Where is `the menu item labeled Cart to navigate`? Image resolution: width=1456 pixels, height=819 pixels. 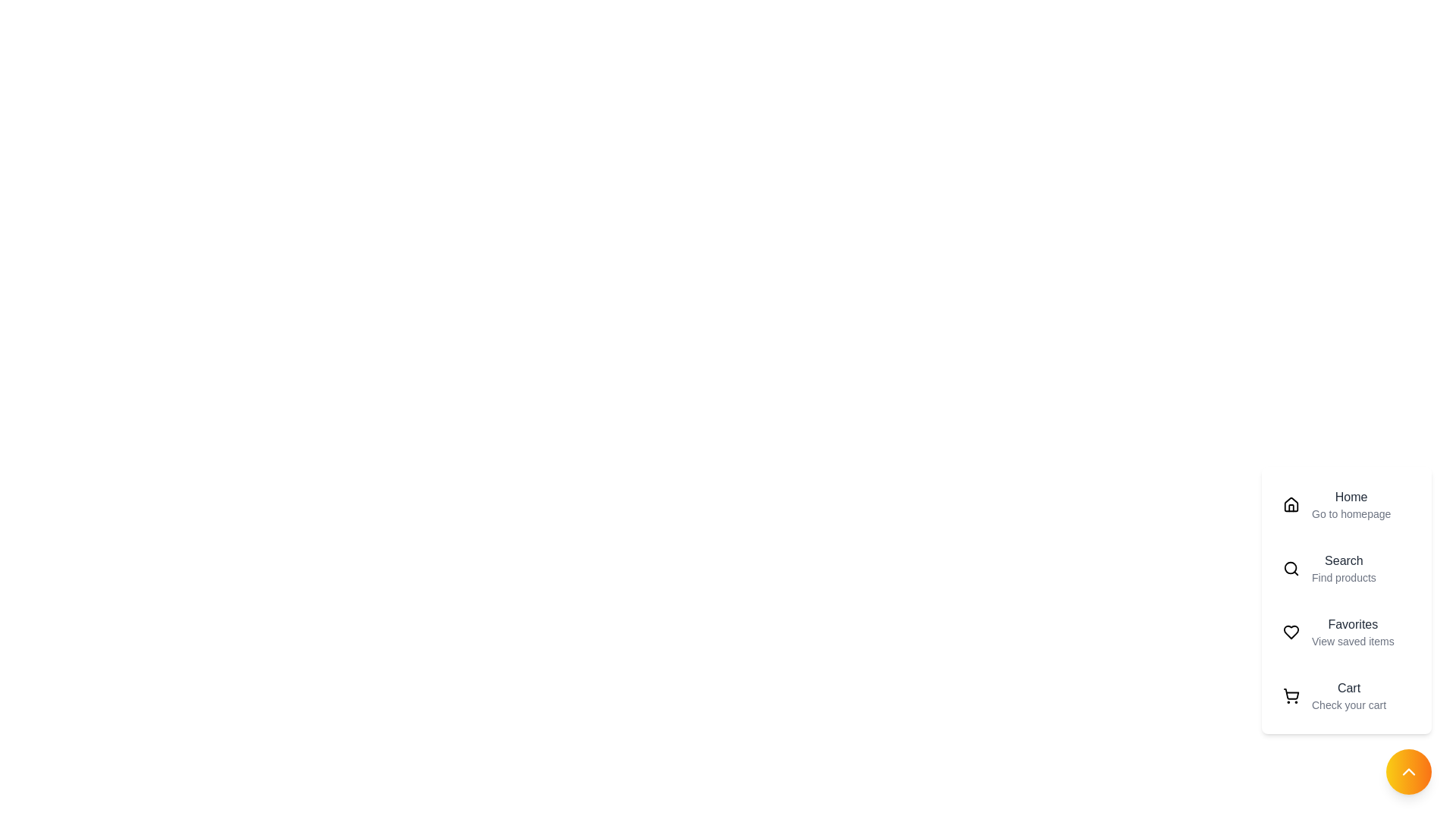
the menu item labeled Cart to navigate is located at coordinates (1347, 696).